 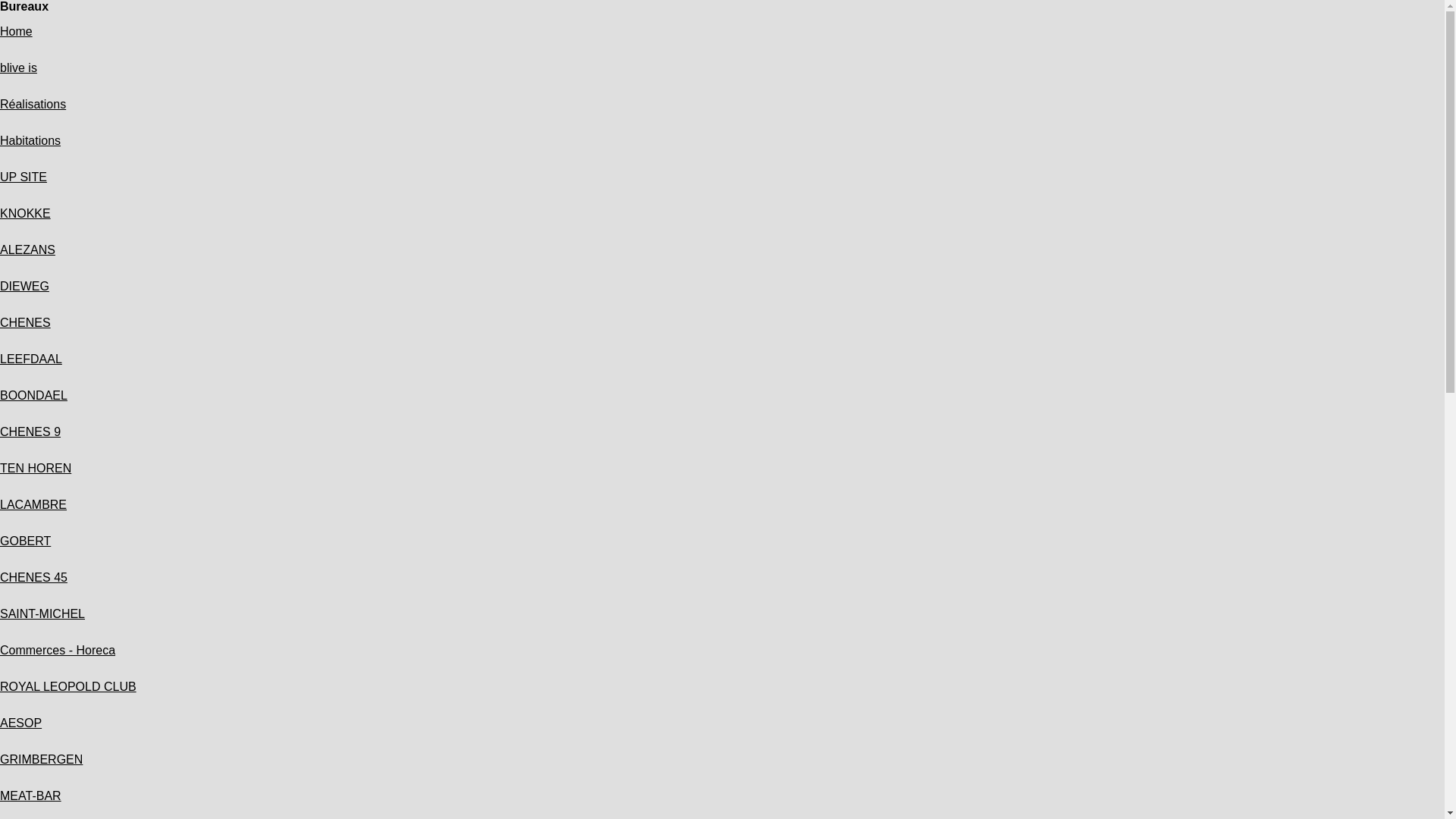 What do you see at coordinates (30, 795) in the screenshot?
I see `'MEAT-BAR'` at bounding box center [30, 795].